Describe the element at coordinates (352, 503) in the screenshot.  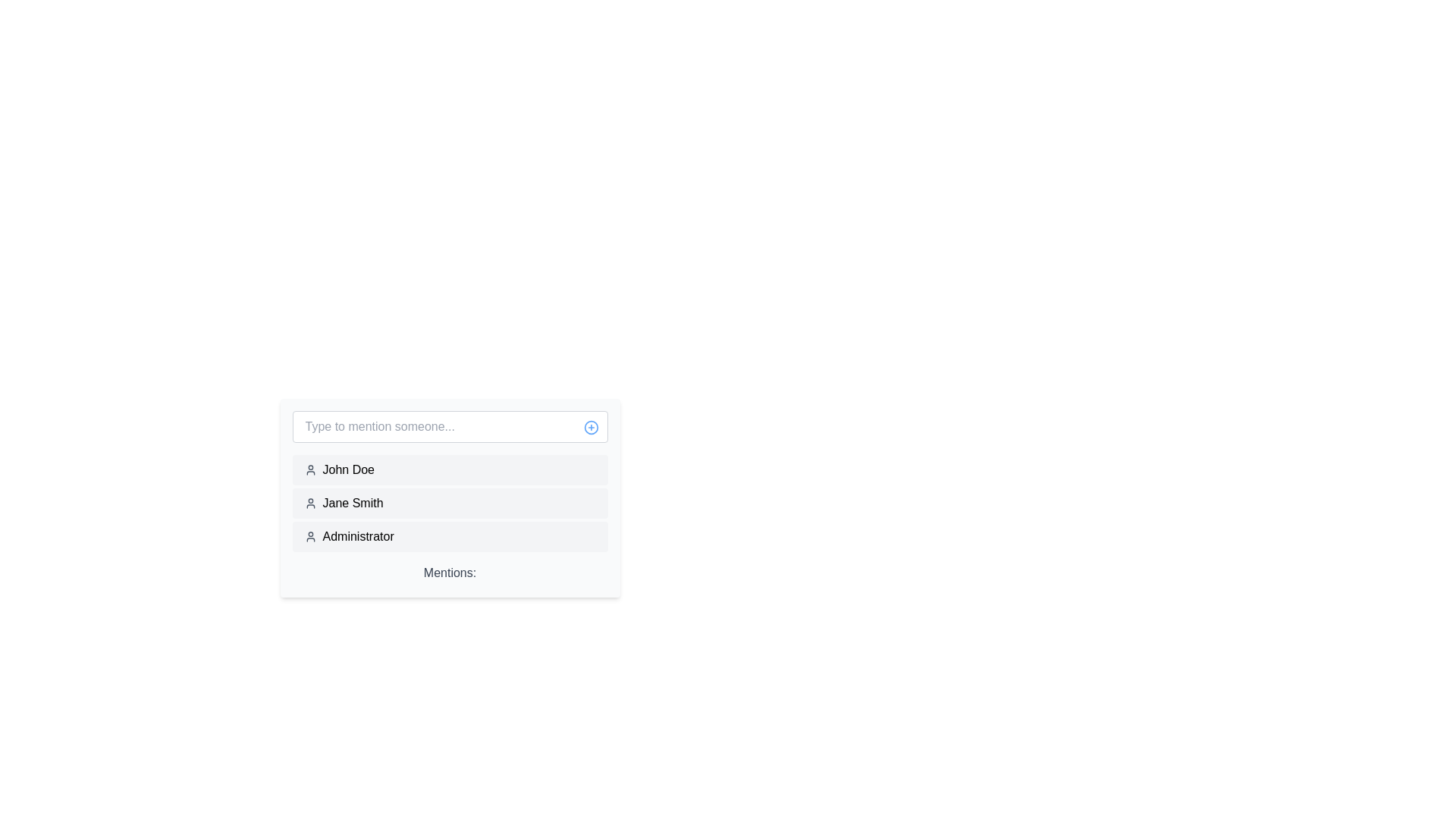
I see `the text label displaying 'Jane Smith'` at that location.